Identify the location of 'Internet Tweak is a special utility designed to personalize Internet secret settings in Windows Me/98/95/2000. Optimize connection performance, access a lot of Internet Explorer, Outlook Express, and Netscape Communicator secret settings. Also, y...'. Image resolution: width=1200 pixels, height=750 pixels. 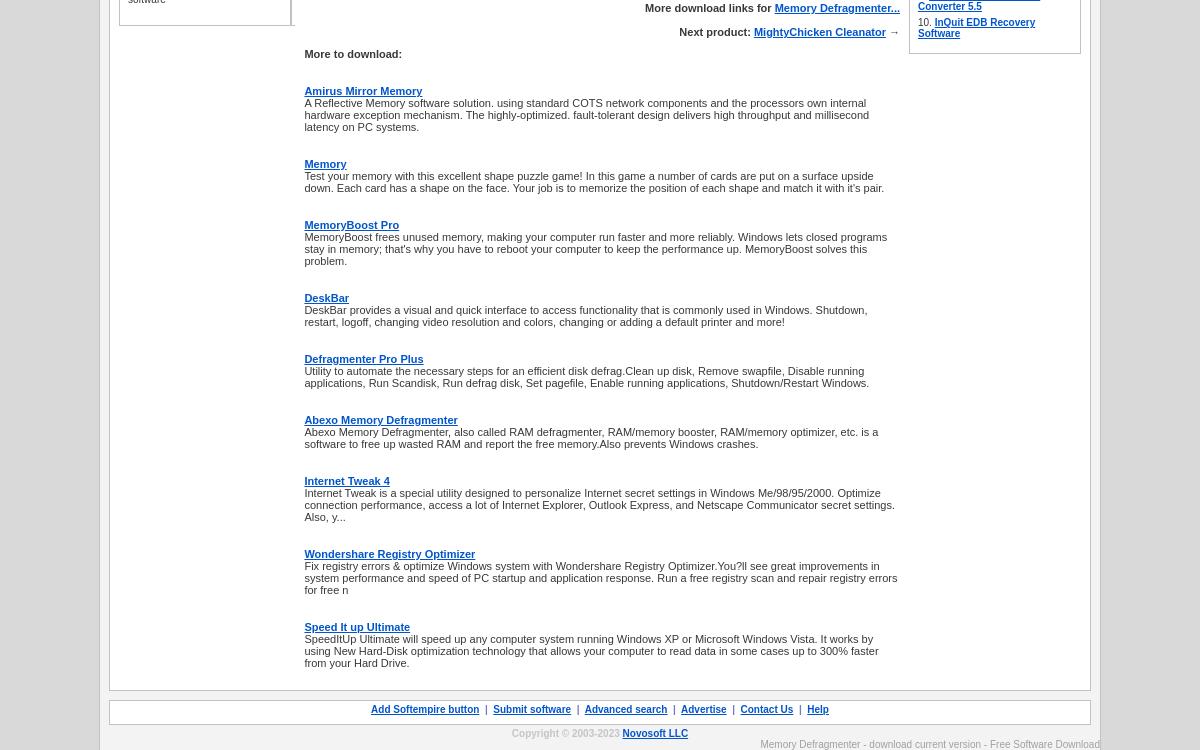
(598, 504).